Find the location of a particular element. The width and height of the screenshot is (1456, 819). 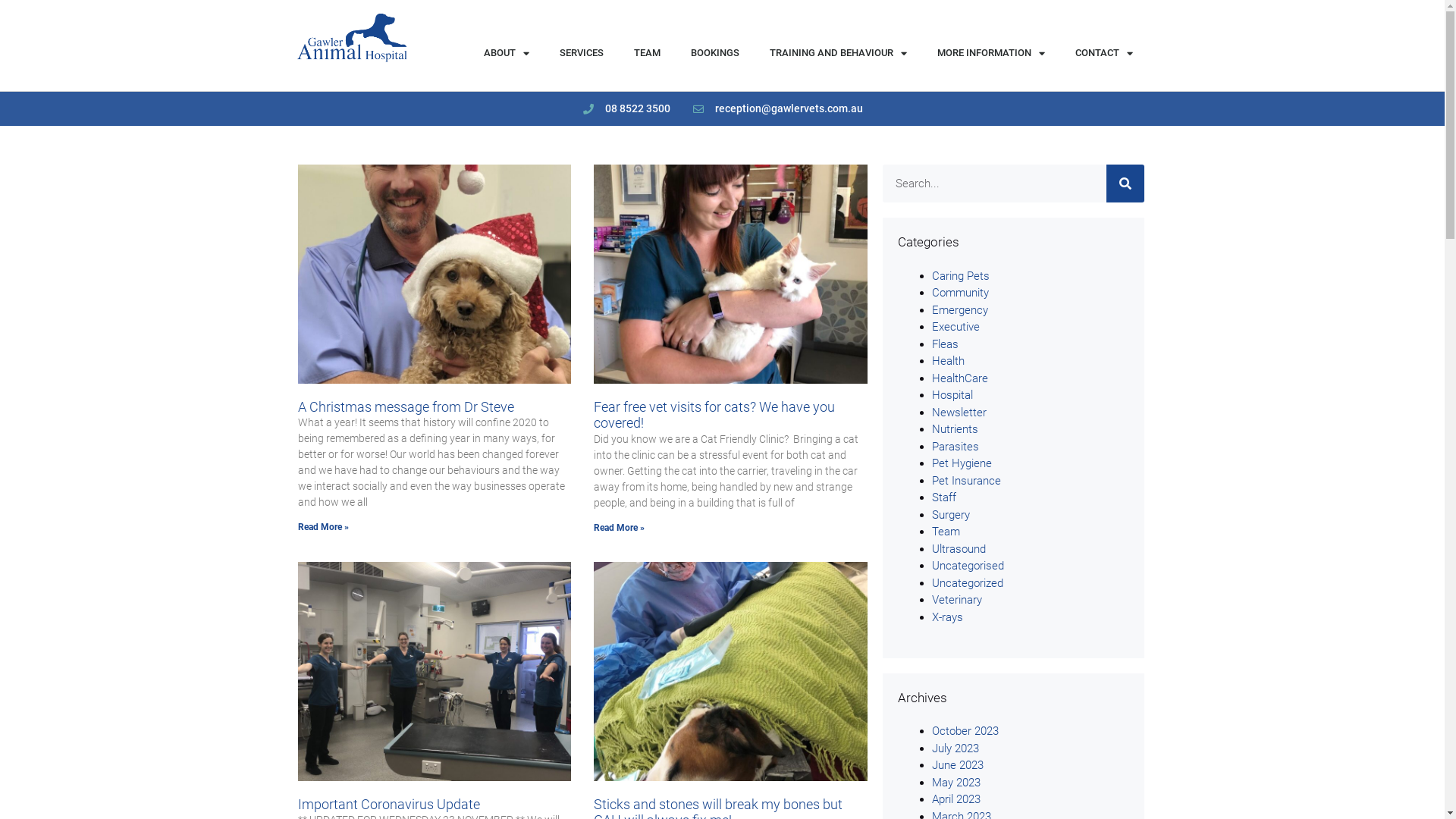

'ABOUT' is located at coordinates (506, 52).